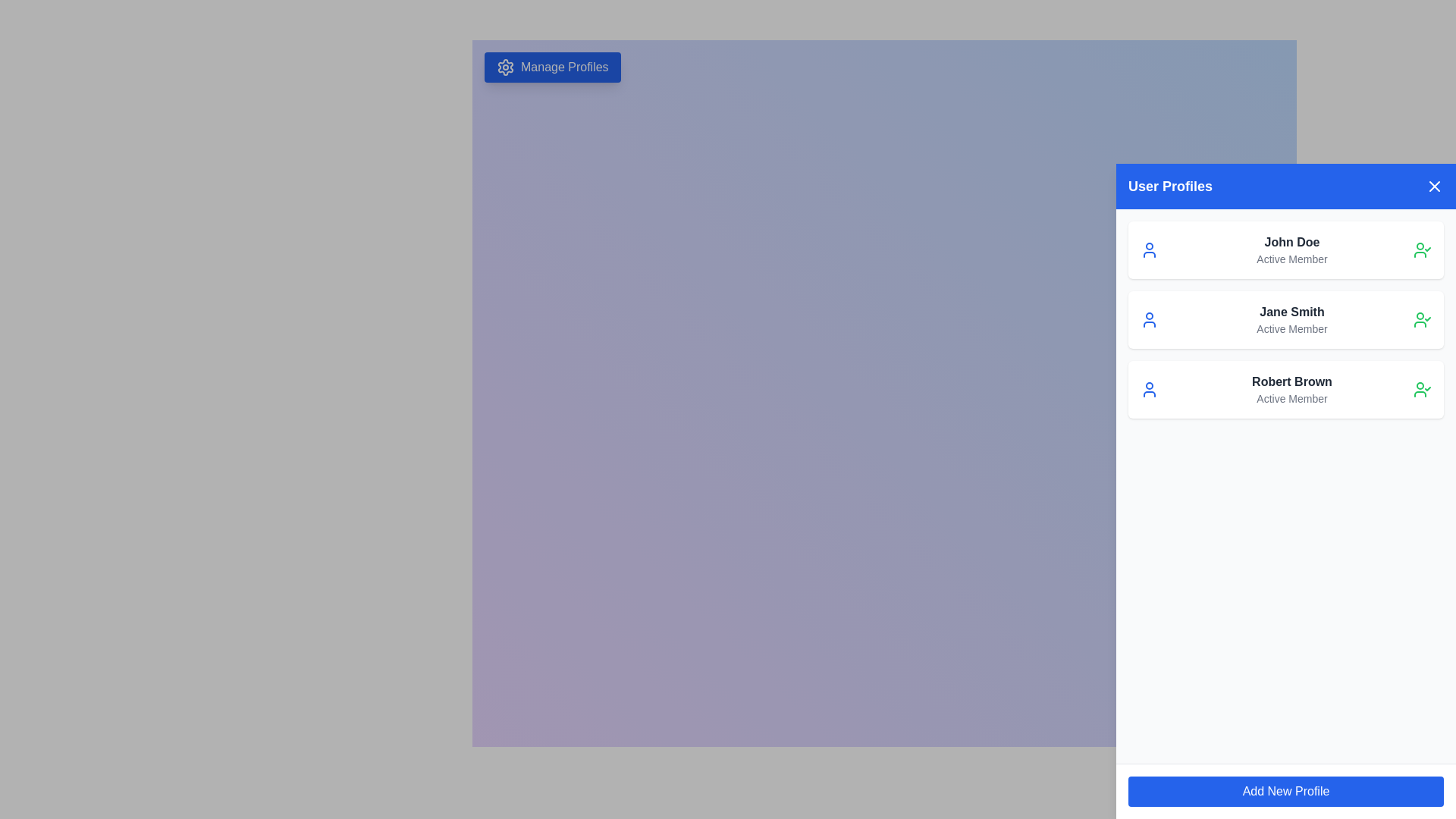  What do you see at coordinates (1291, 397) in the screenshot?
I see `text from the 'Active Member' label, which is a smaller gray text indicating a secondary status, located below the bold name 'Robert Brown' in the User Profiles sidebar` at bounding box center [1291, 397].